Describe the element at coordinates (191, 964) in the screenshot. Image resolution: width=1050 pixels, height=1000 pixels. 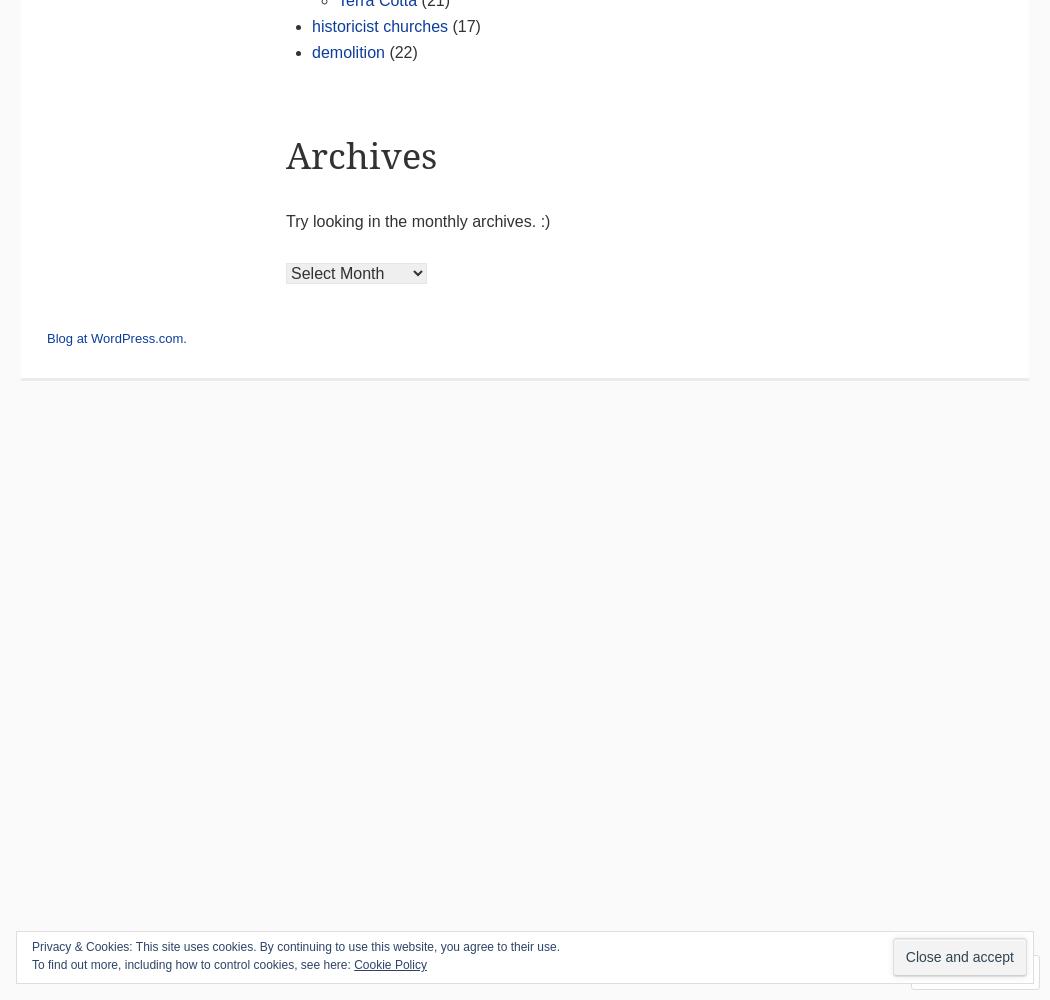
I see `'To find out more, including how to control cookies, see here:'` at that location.